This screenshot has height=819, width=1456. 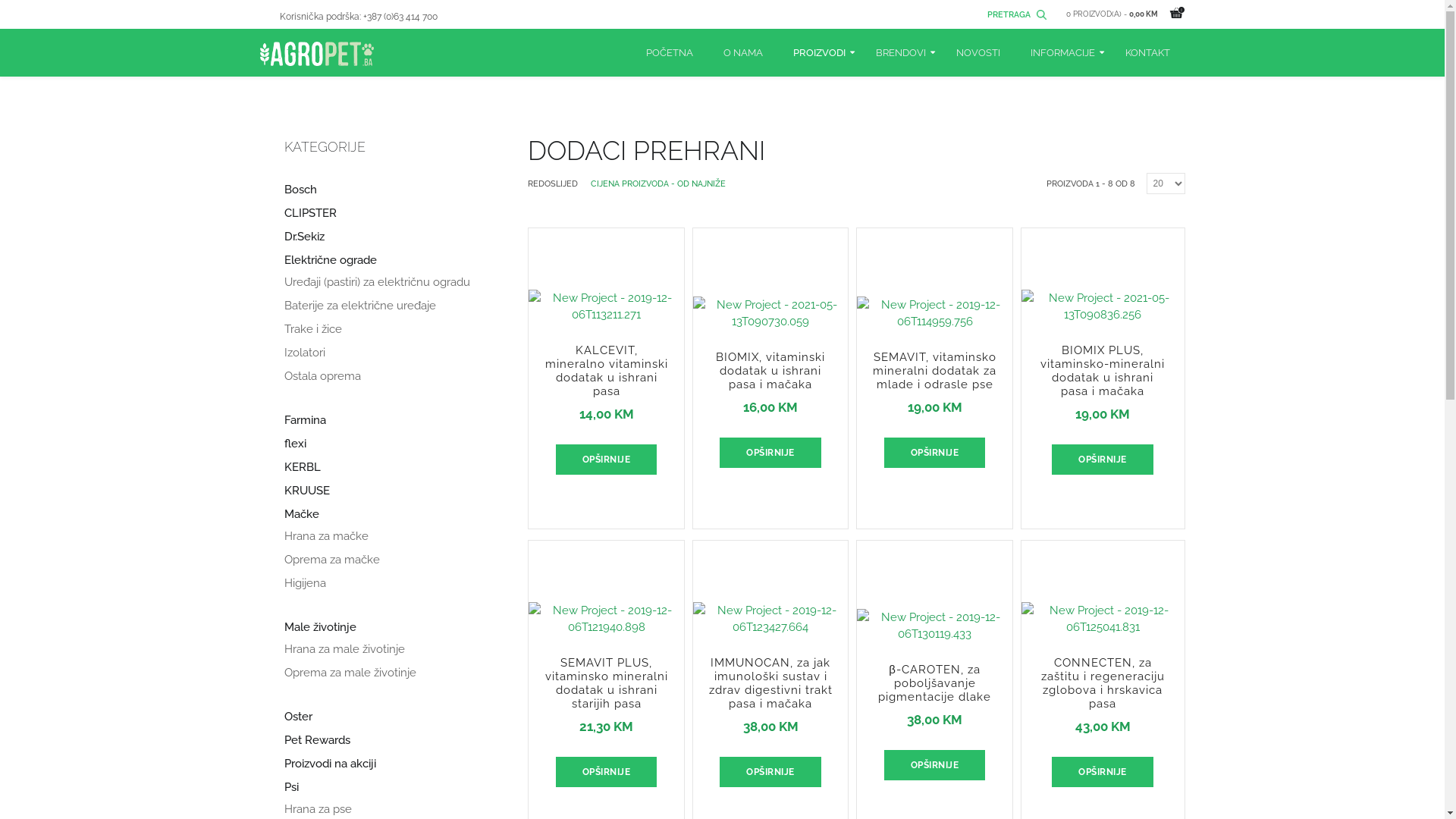 I want to click on 'INFORMACIJE', so click(x=1061, y=52).